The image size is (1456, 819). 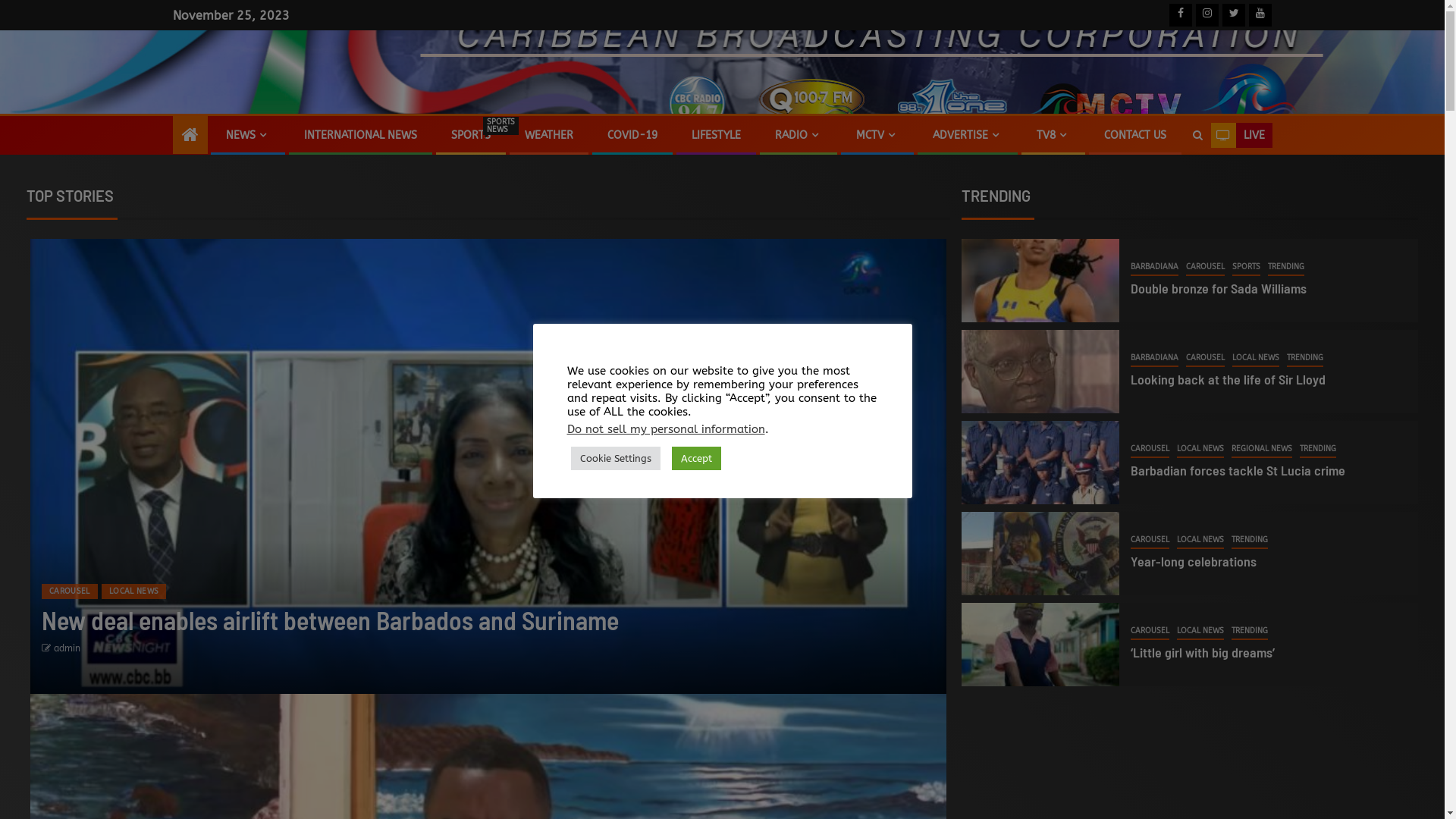 I want to click on 'TRENDING', so click(x=1249, y=540).